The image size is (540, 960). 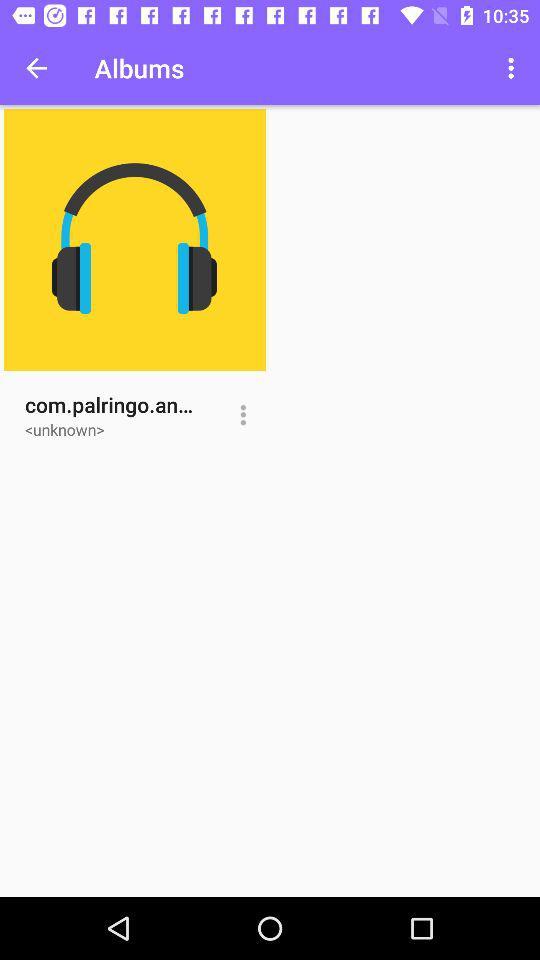 What do you see at coordinates (513, 68) in the screenshot?
I see `icon at the top right corner` at bounding box center [513, 68].